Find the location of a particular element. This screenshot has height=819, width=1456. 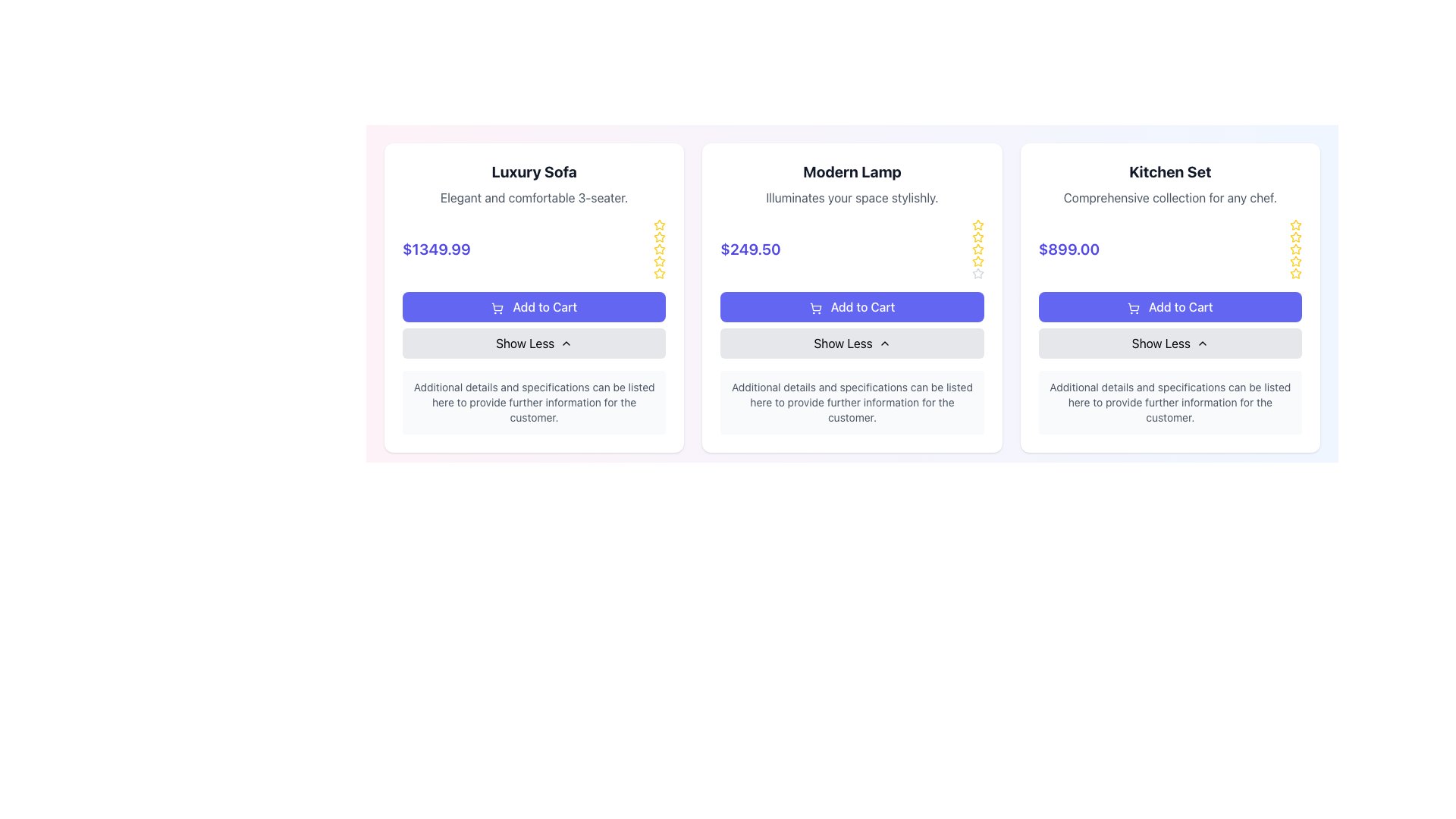

the yellow star icon, which is the second star in the star rating sequence for the 'Luxury Sofa' product is located at coordinates (660, 237).